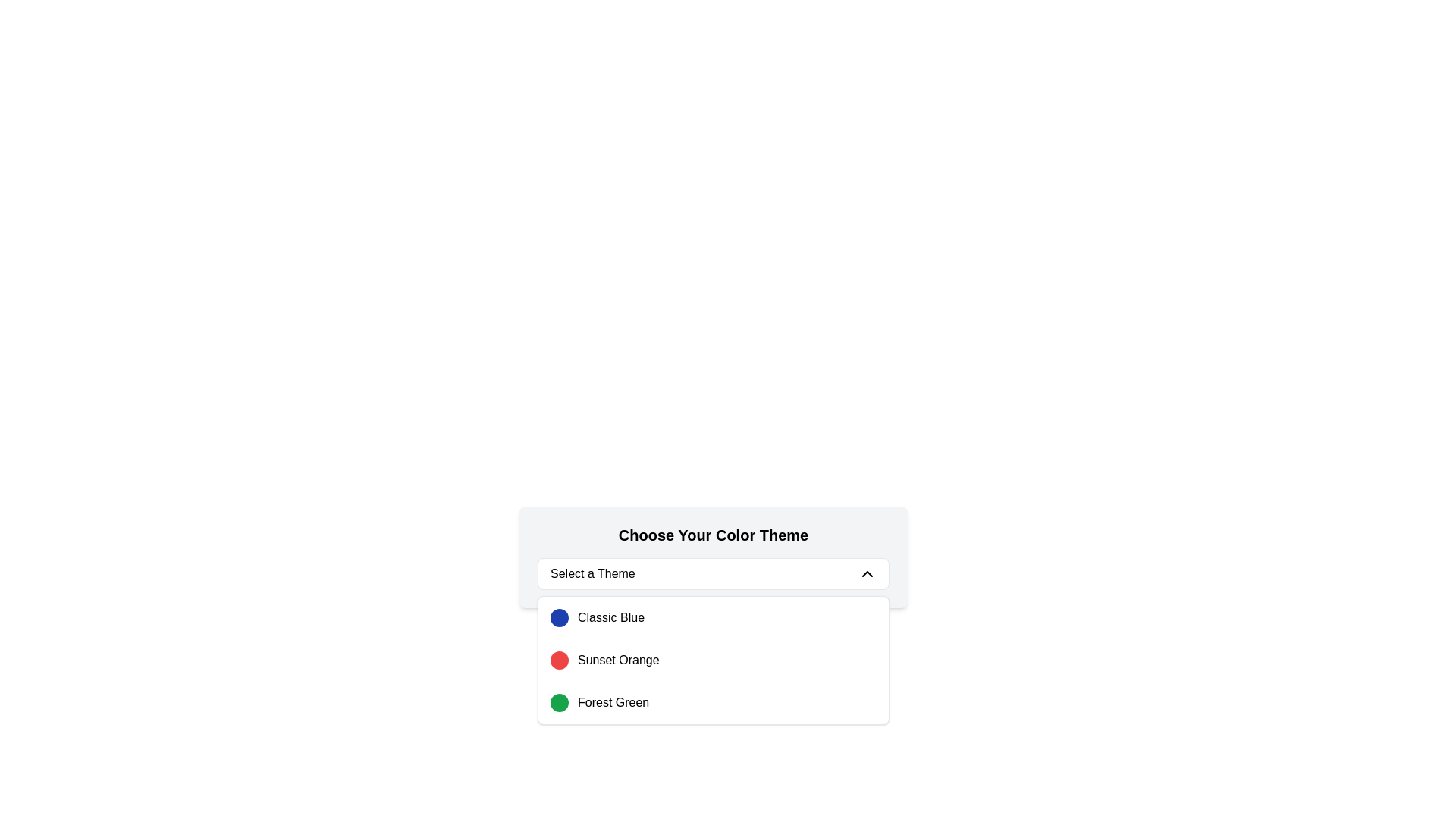 This screenshot has height=819, width=1456. Describe the element at coordinates (604, 660) in the screenshot. I see `the second option in the dropdown menu that serves as a label for a selectable theme color option, located between 'Classic Blue' and 'Forest Green'` at that location.